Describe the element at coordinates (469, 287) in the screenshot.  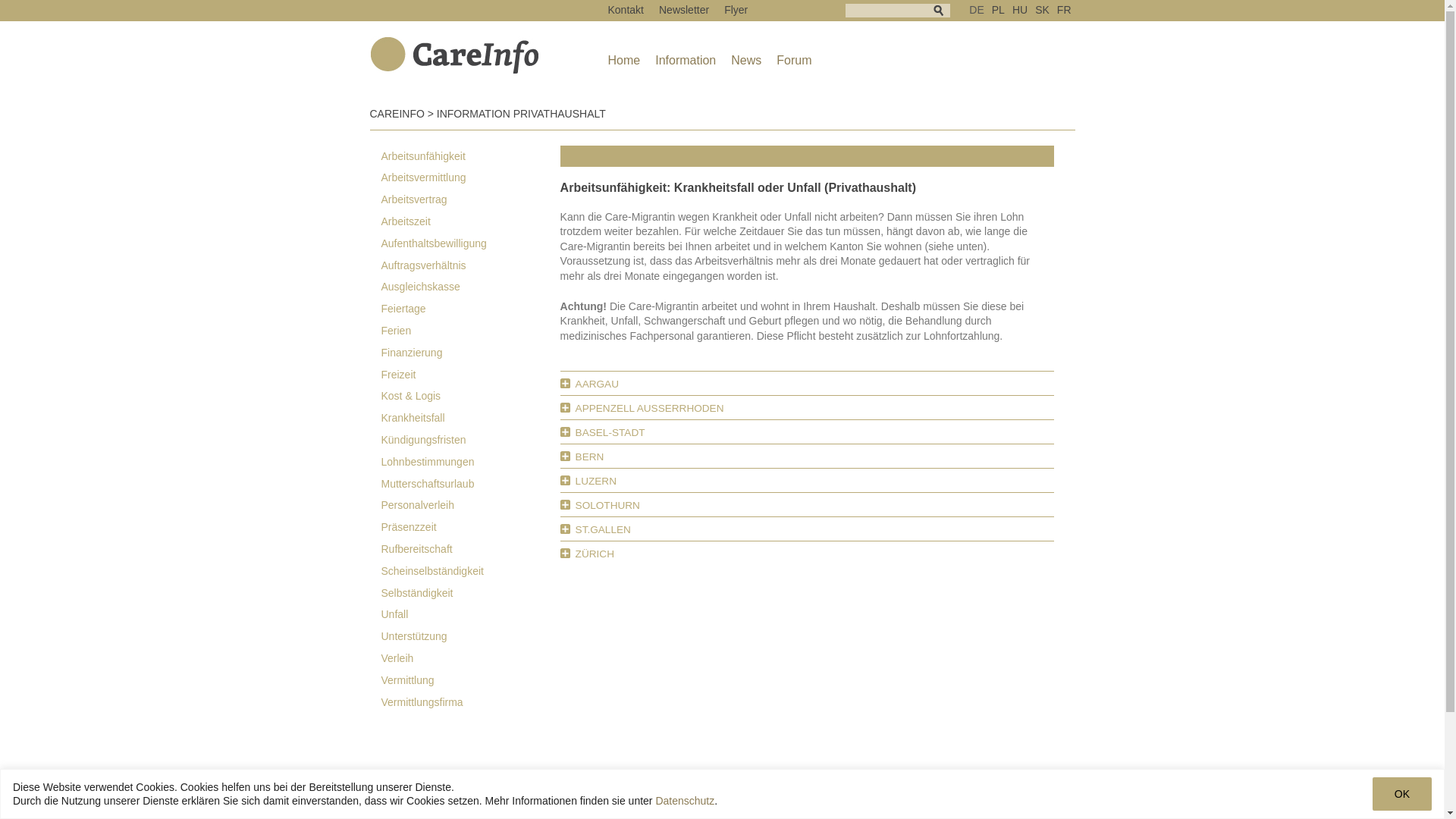
I see `'Ausgleichskasse'` at that location.